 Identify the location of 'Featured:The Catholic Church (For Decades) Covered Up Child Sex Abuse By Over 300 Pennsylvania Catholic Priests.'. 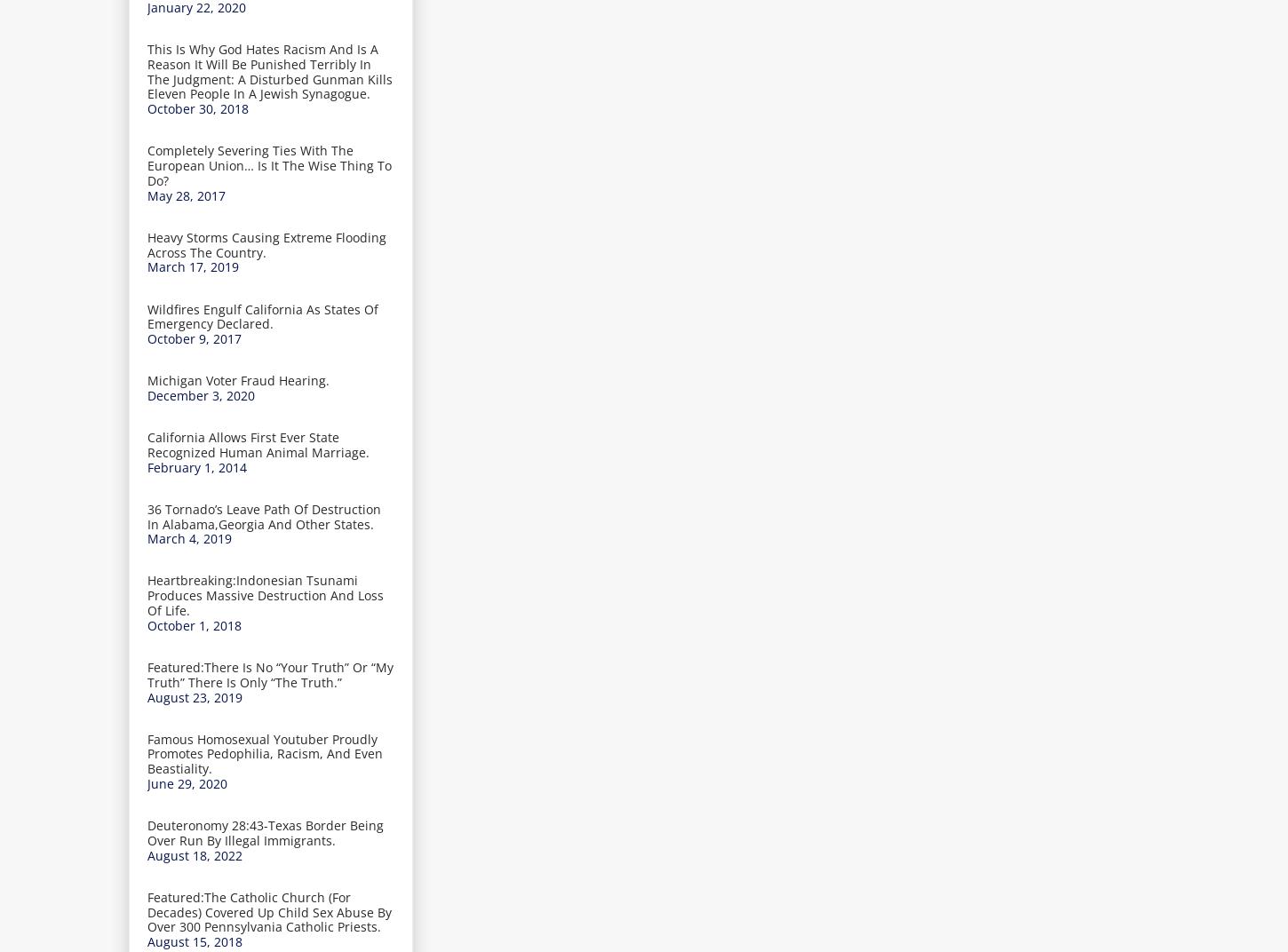
(269, 911).